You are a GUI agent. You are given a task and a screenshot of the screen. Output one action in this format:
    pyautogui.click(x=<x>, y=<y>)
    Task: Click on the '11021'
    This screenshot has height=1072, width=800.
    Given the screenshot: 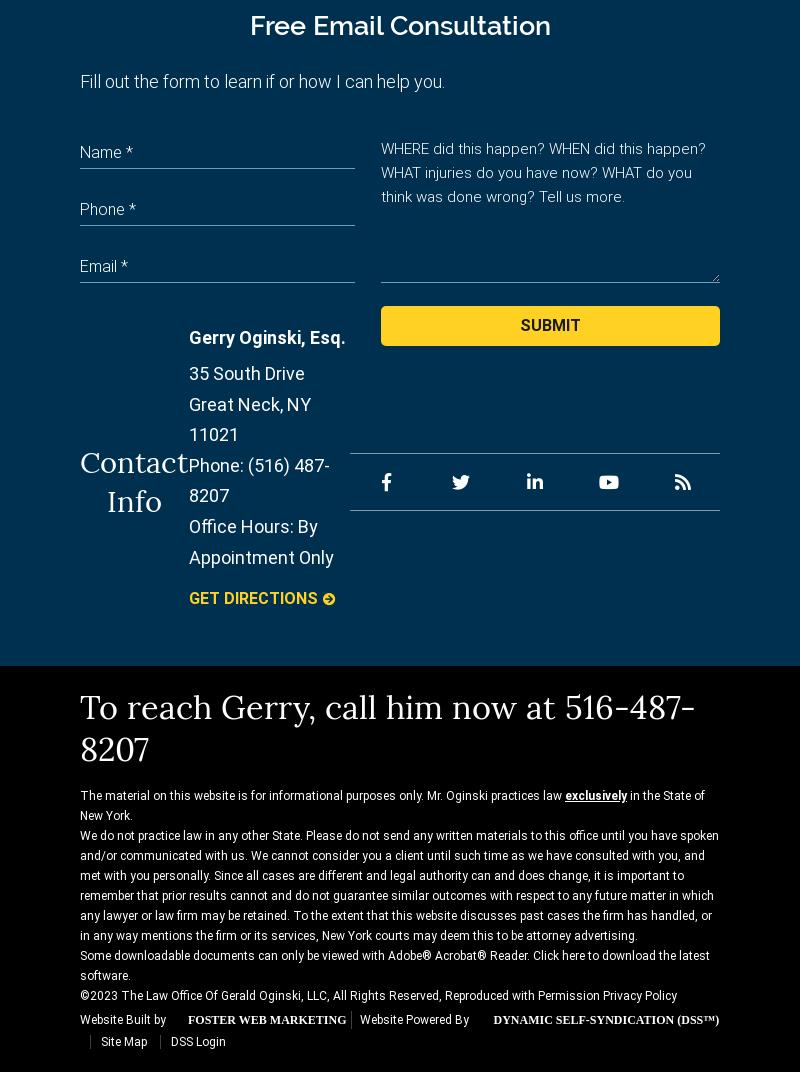 What is the action you would take?
    pyautogui.click(x=214, y=433)
    